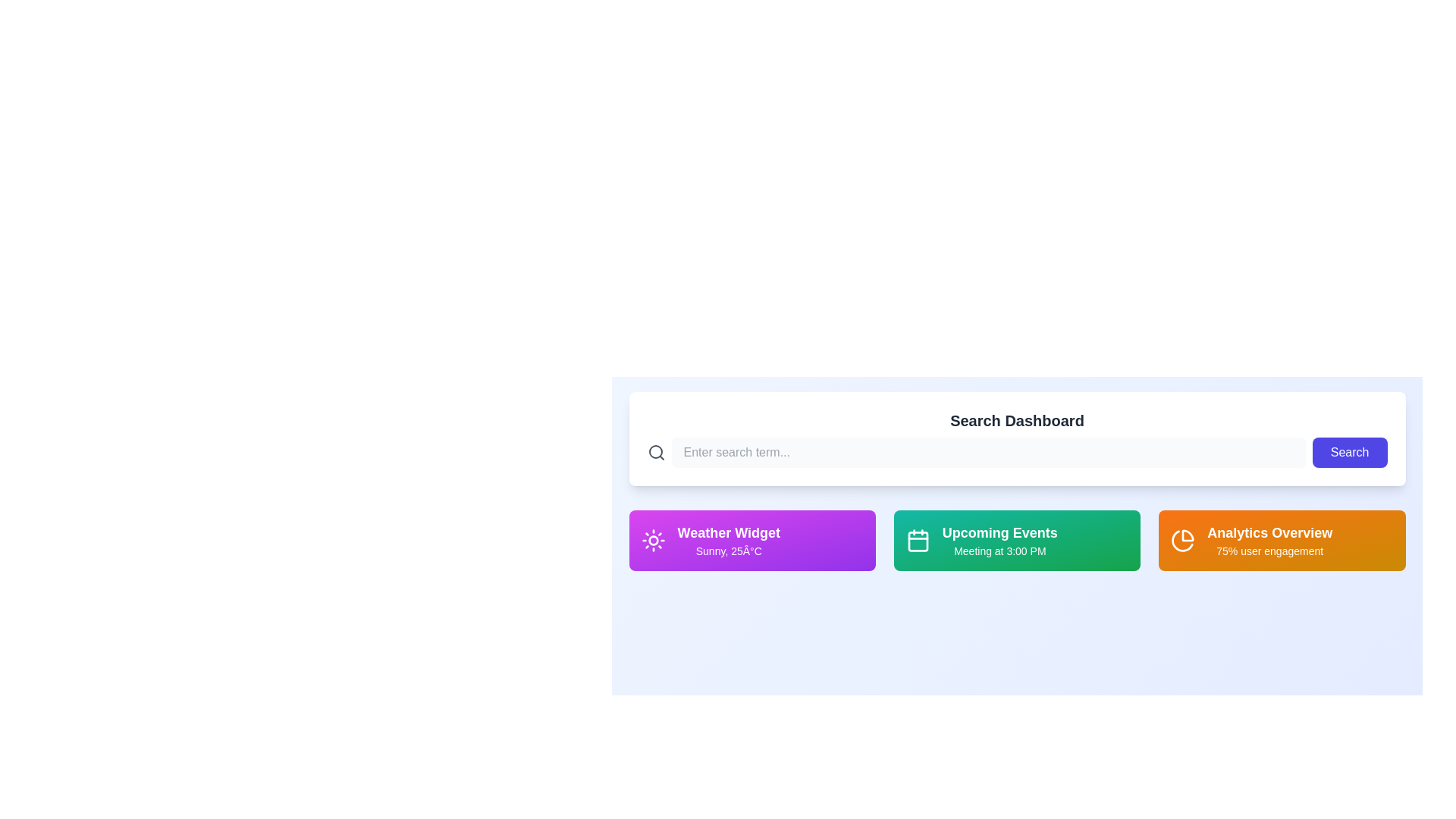 The image size is (1456, 819). What do you see at coordinates (1350, 452) in the screenshot?
I see `the 'Search' button, which is a rectangular button with rounded corners and a solid indigo background located far right in the row layout` at bounding box center [1350, 452].